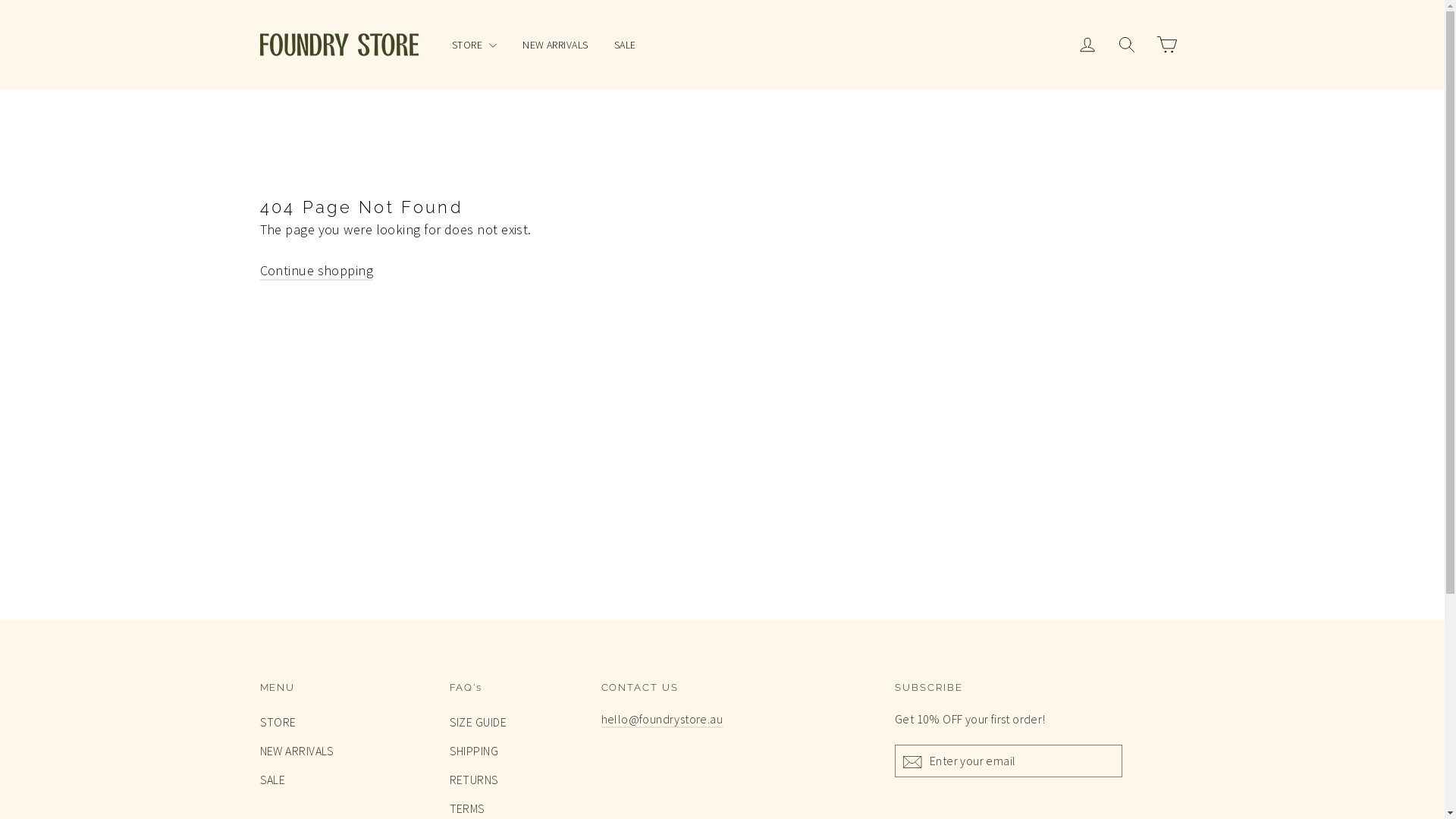 The width and height of the screenshot is (1456, 819). I want to click on 'STORE', so click(259, 721).